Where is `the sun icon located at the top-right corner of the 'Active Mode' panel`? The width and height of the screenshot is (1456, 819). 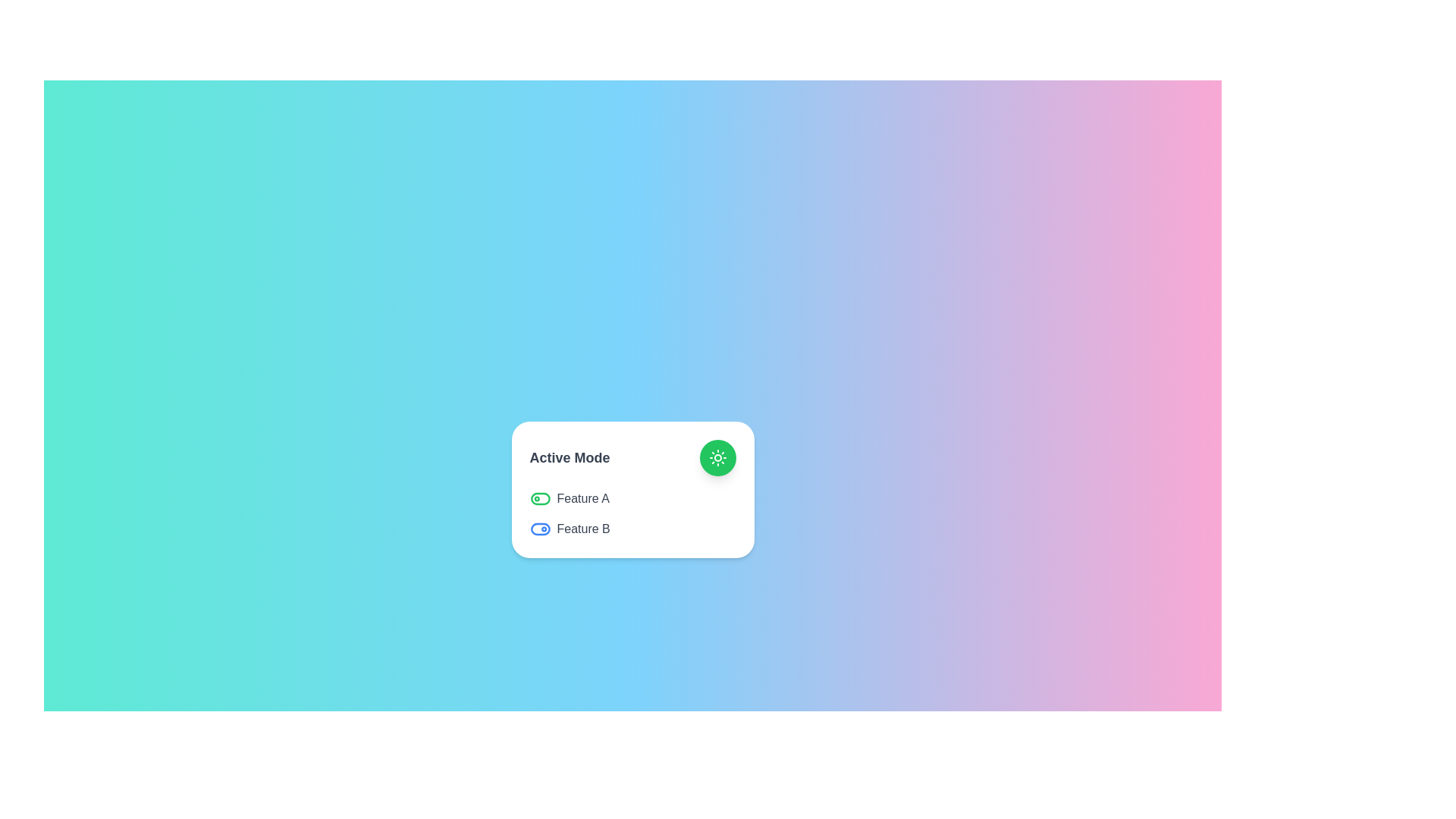
the sun icon located at the top-right corner of the 'Active Mode' panel is located at coordinates (717, 457).